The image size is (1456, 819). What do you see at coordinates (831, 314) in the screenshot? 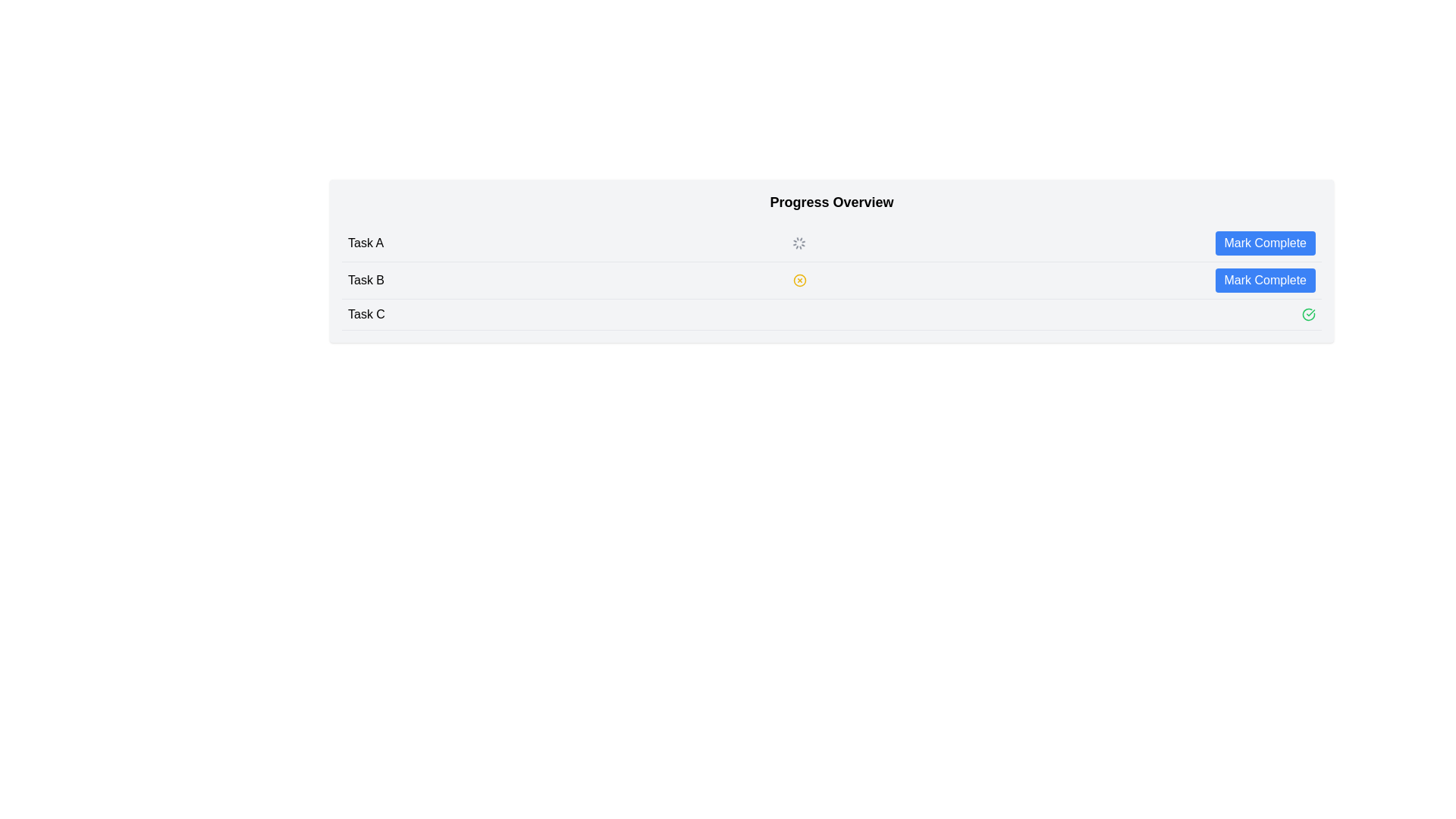
I see `the status indicator of the task labeled 'Task C', which is the third item in a vertical list of tasks` at bounding box center [831, 314].